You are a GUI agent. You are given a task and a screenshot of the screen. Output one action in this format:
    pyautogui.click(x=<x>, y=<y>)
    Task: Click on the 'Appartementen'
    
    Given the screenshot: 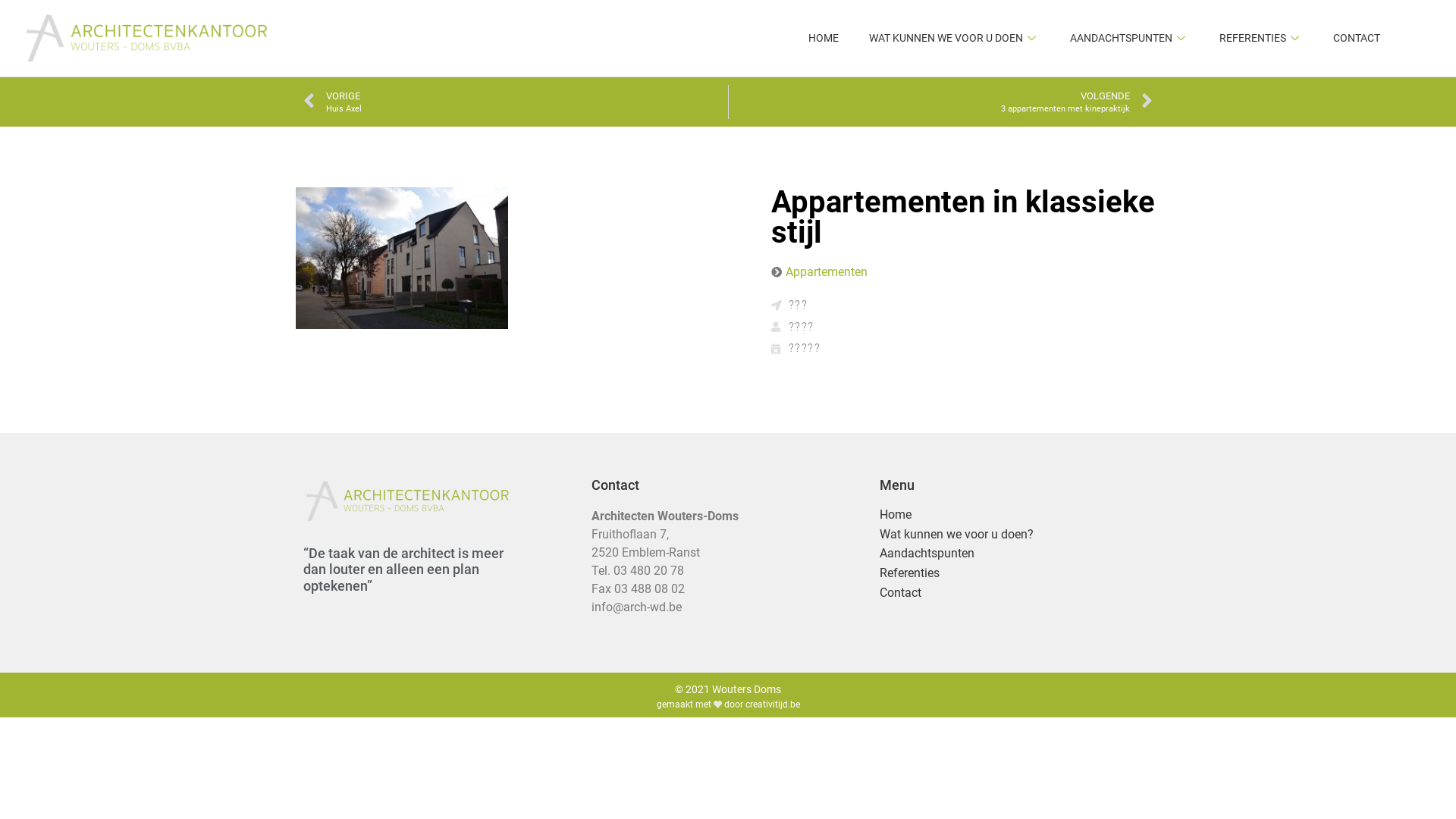 What is the action you would take?
    pyautogui.click(x=825, y=271)
    